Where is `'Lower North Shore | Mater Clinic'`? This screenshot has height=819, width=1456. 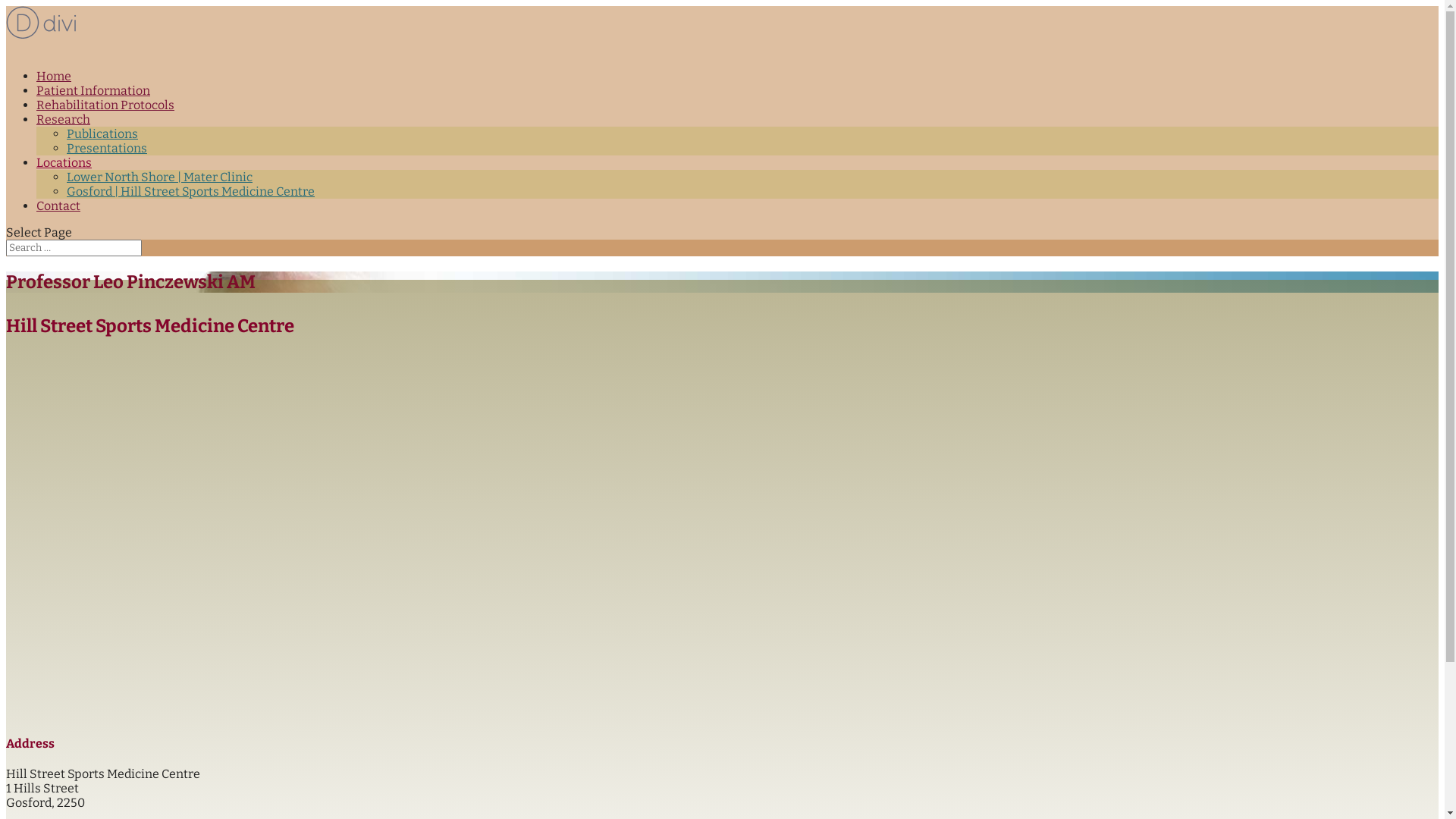
'Lower North Shore | Mater Clinic' is located at coordinates (159, 176).